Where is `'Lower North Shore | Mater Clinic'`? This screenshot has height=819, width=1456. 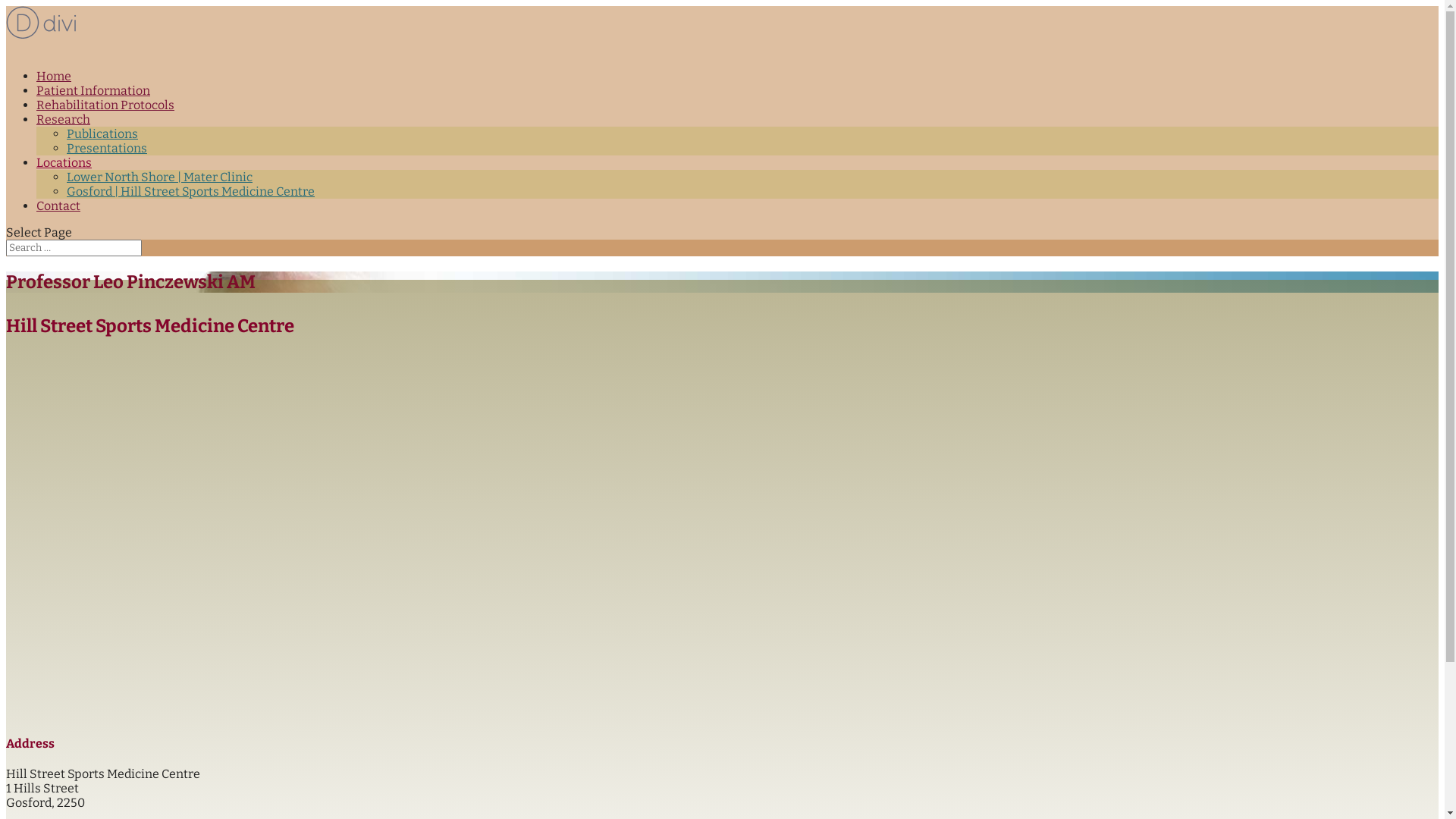
'Lower North Shore | Mater Clinic' is located at coordinates (159, 176).